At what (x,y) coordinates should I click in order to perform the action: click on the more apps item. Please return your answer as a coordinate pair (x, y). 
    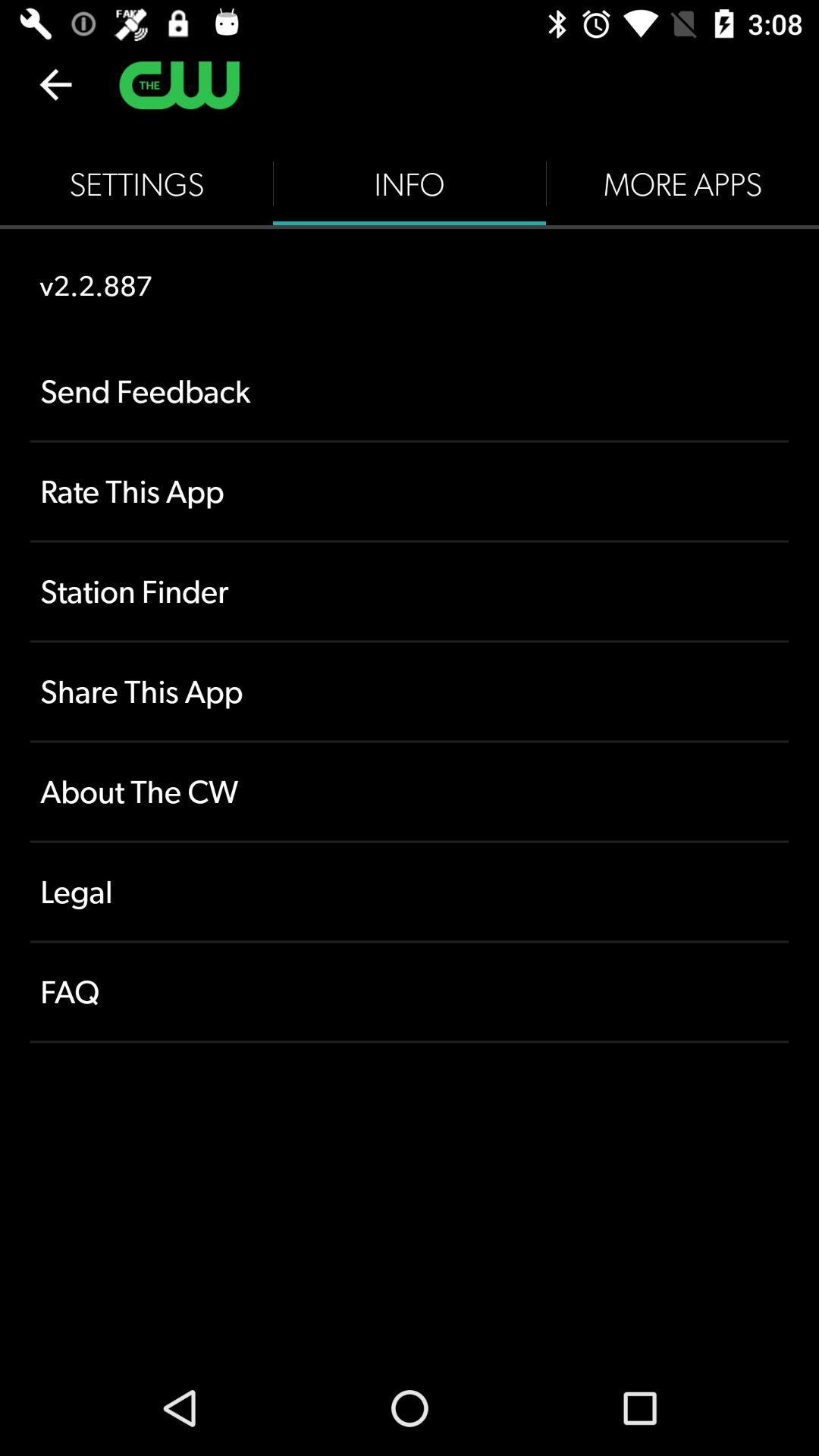
    Looking at the image, I should click on (681, 184).